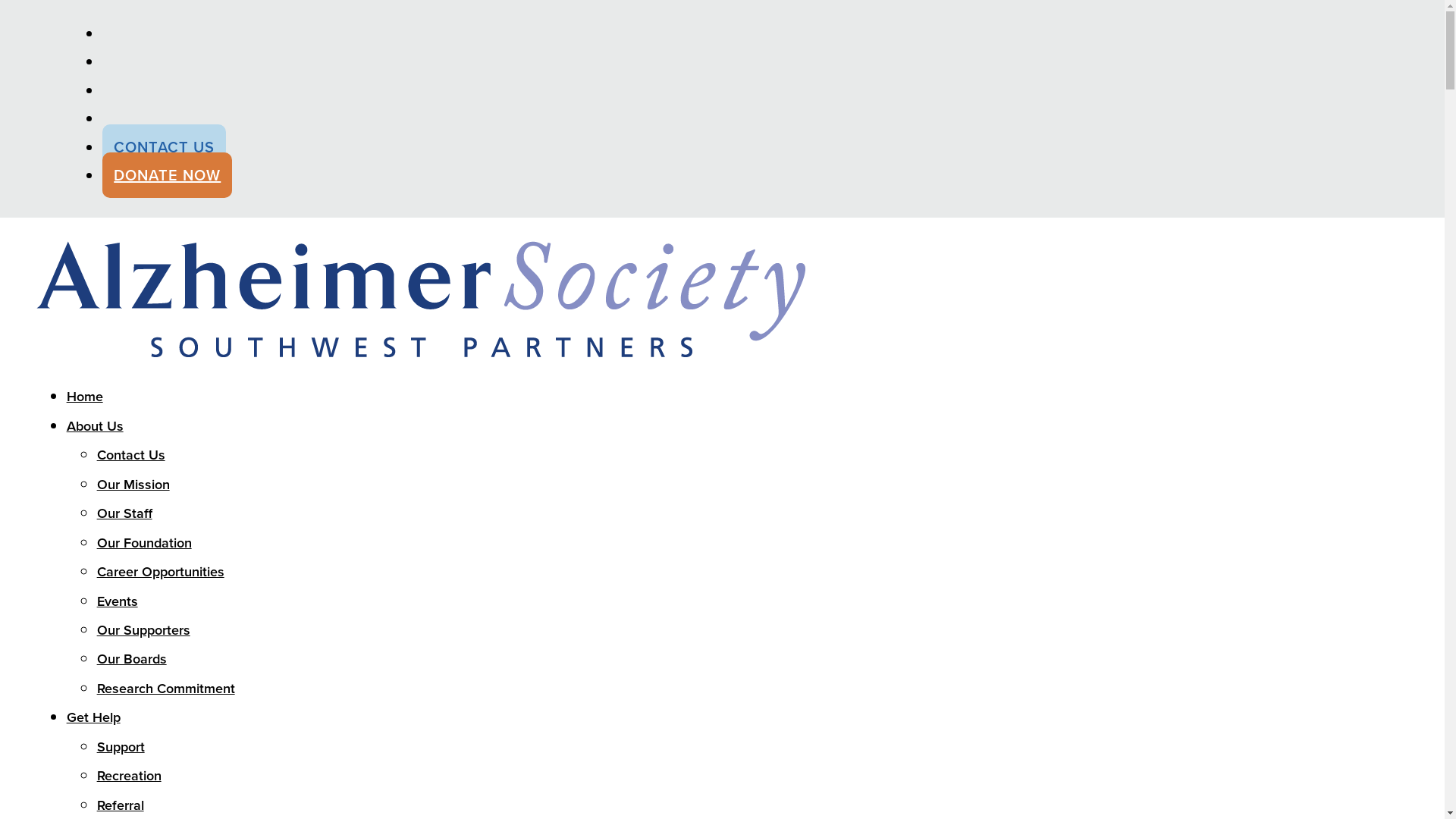 This screenshot has width=1456, height=819. What do you see at coordinates (96, 657) in the screenshot?
I see `'Our Boards'` at bounding box center [96, 657].